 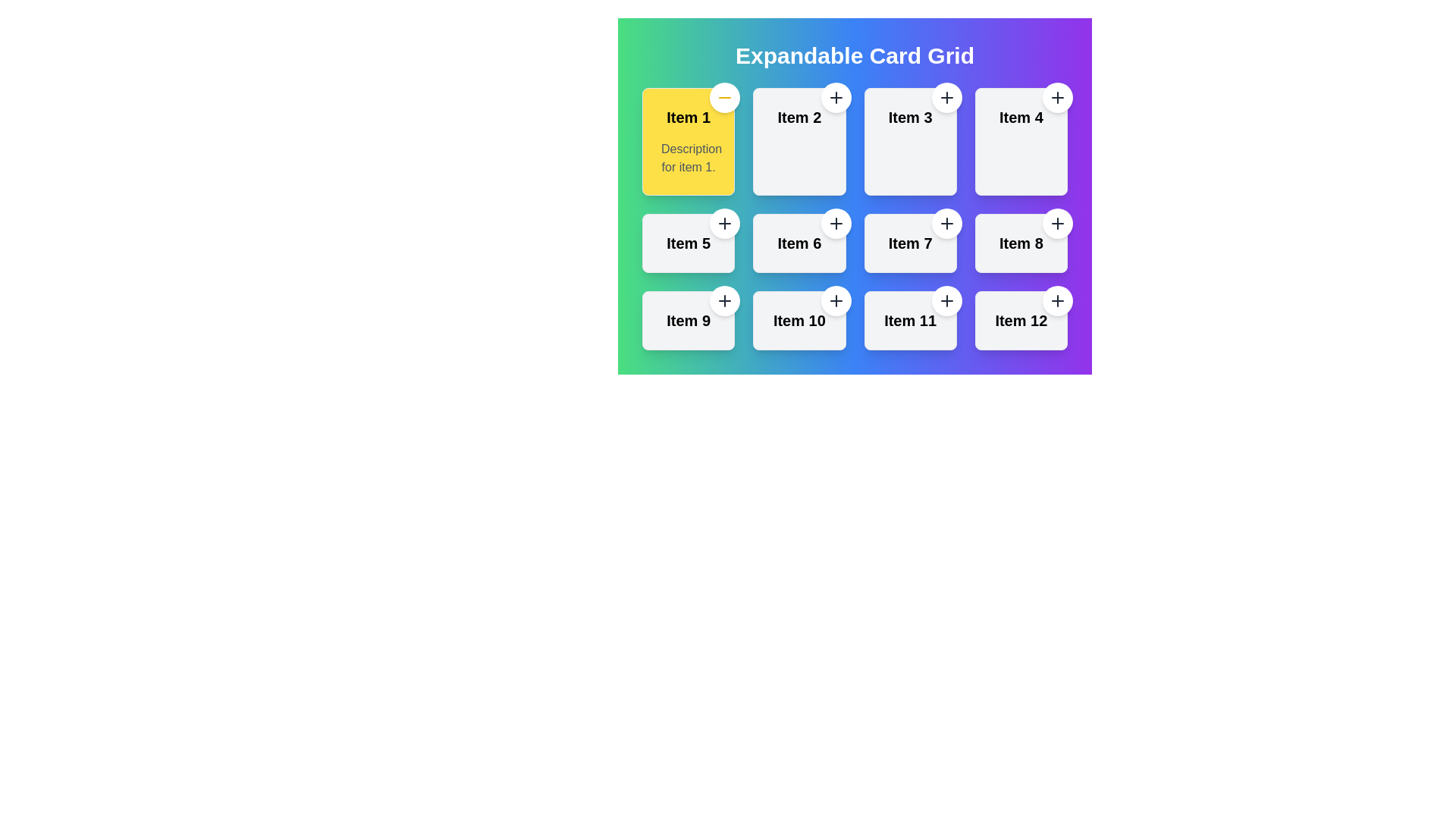 I want to click on the text label identifying the card as 'Item 7', located in the center of the third row of a 3x4 grid layout, so click(x=910, y=242).